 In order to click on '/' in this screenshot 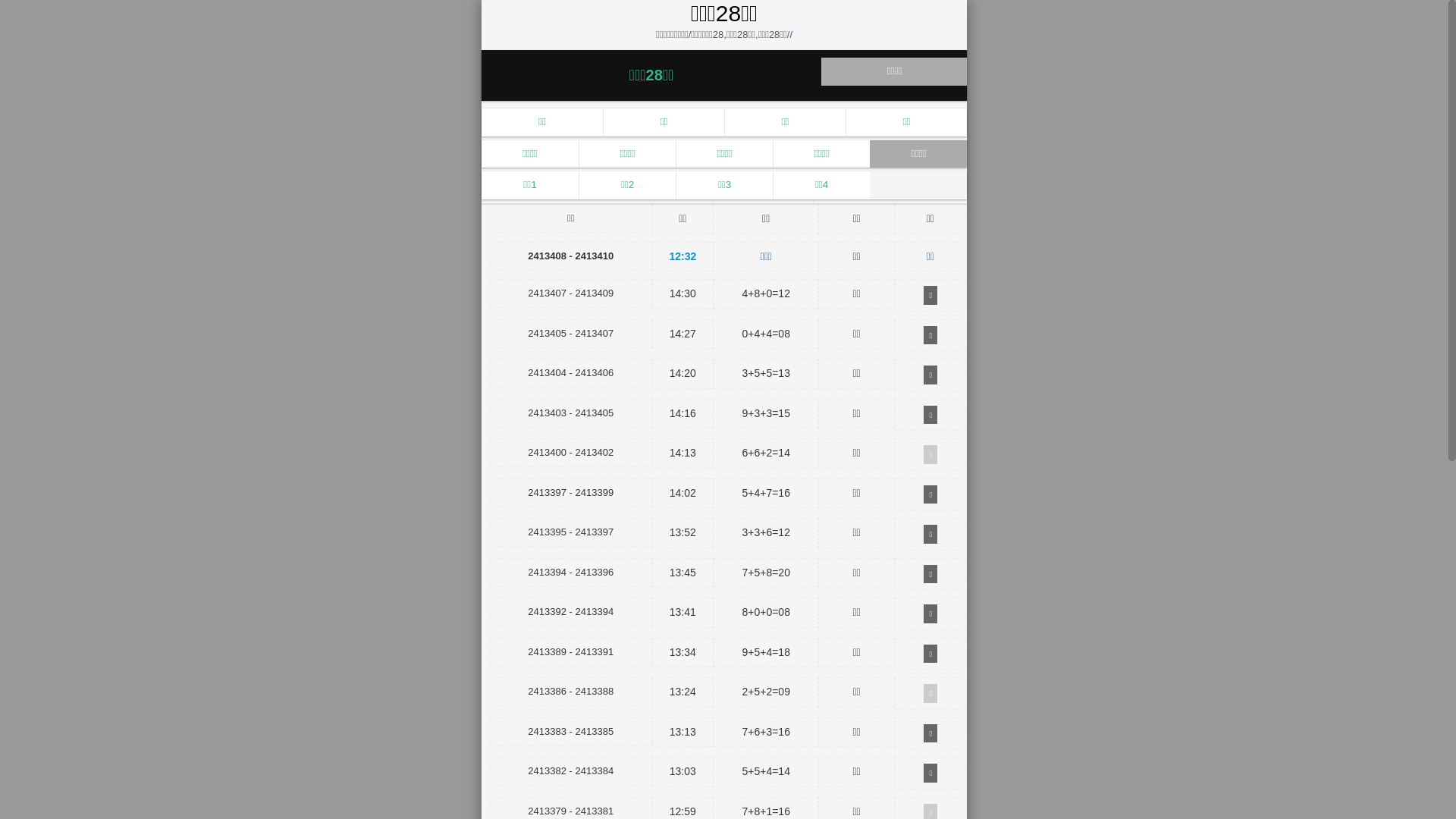, I will do `click(789, 34)`.